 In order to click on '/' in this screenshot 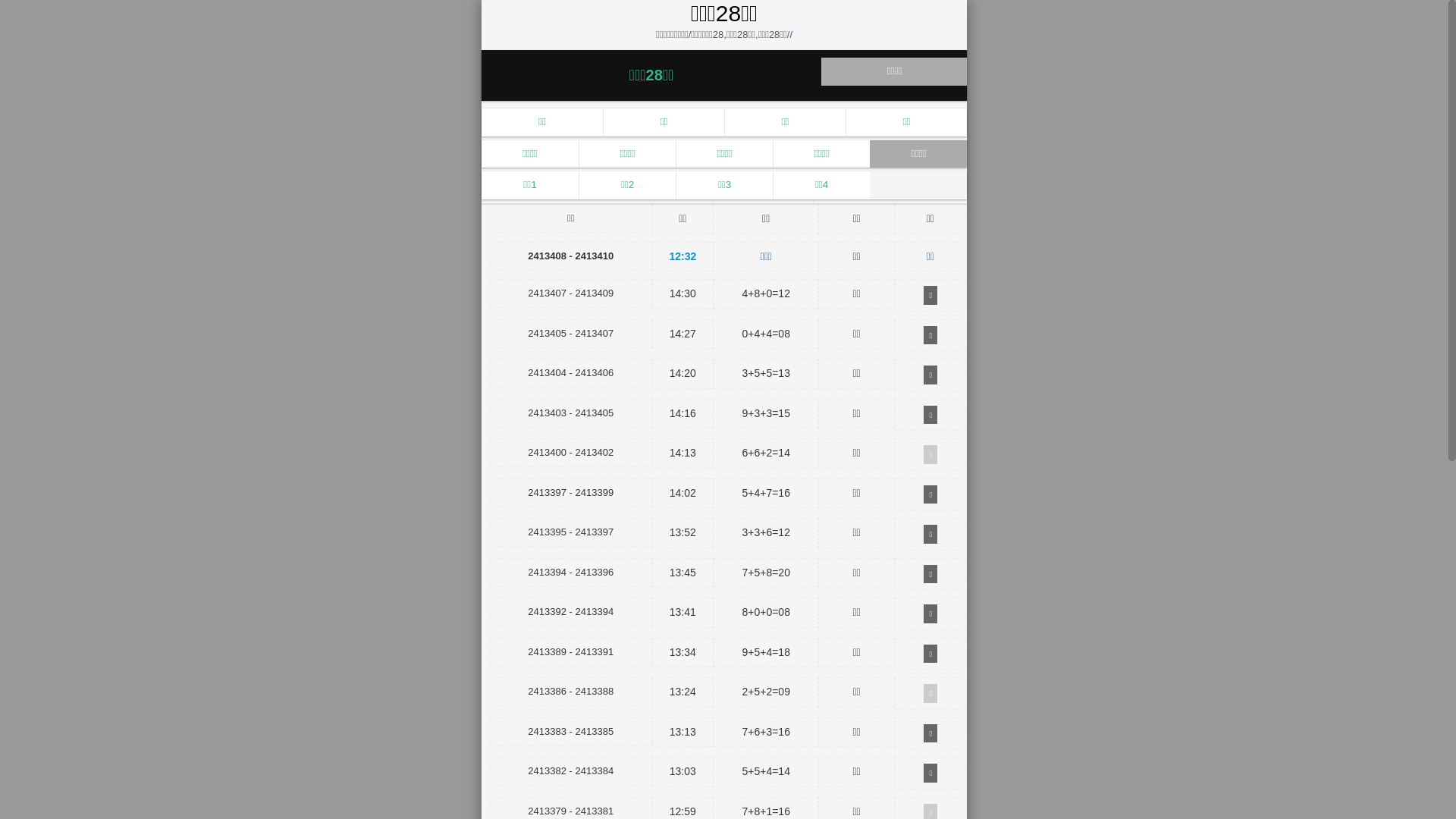, I will do `click(789, 34)`.